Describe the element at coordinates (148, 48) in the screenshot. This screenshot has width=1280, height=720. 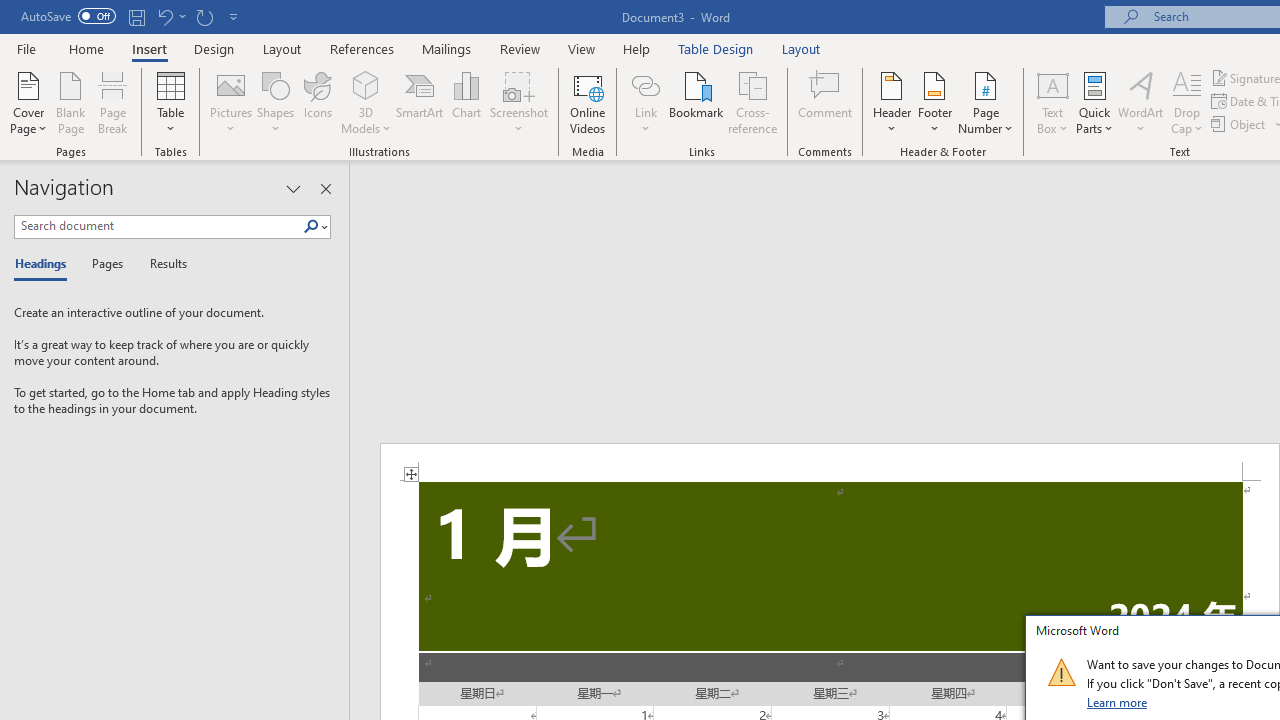
I see `'Insert'` at that location.